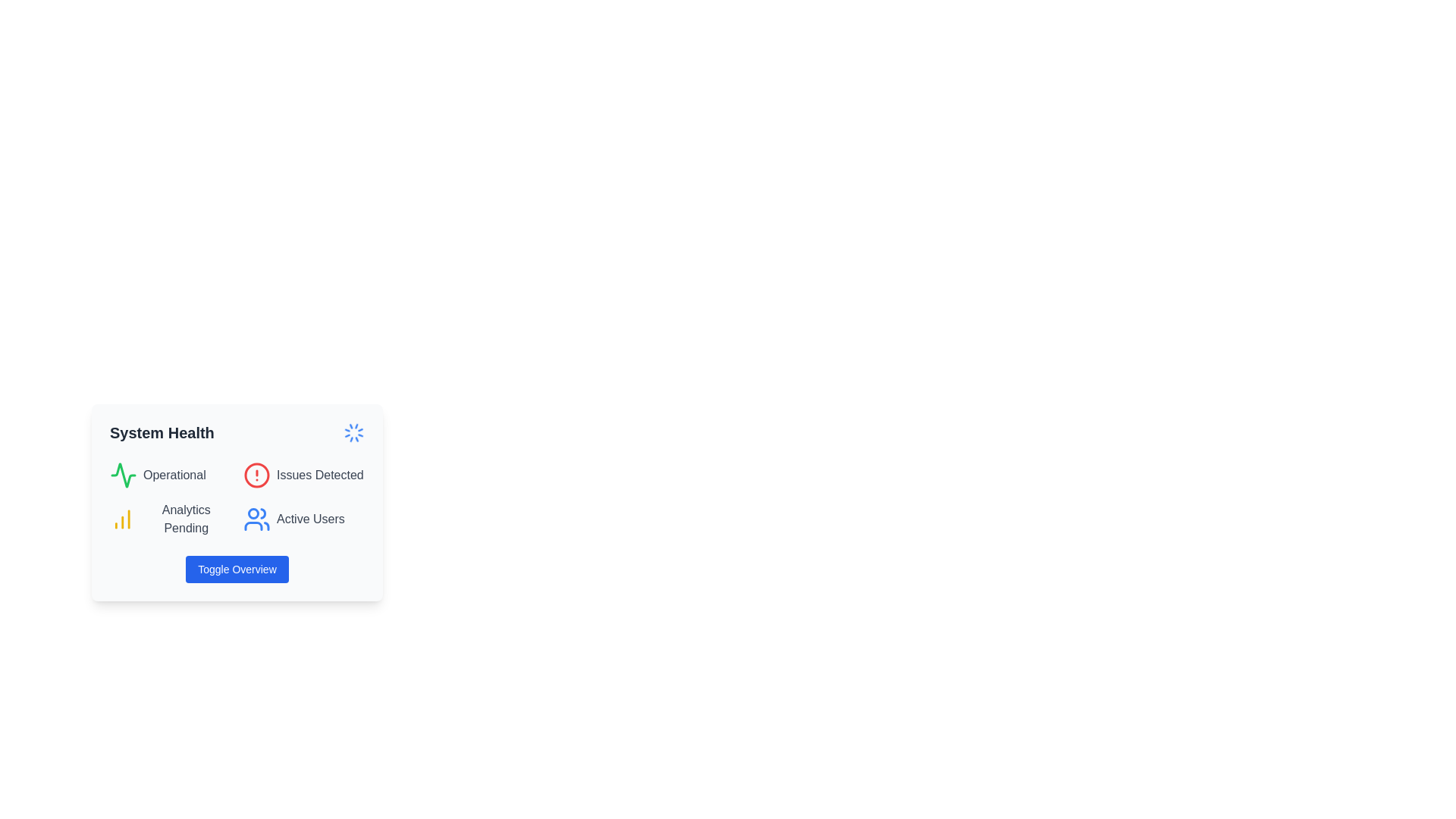 The width and height of the screenshot is (1456, 819). Describe the element at coordinates (257, 519) in the screenshot. I see `the blue group of people icon located in the bottom-right corner of the 'Active Users' section on the 'System Health' card` at that location.